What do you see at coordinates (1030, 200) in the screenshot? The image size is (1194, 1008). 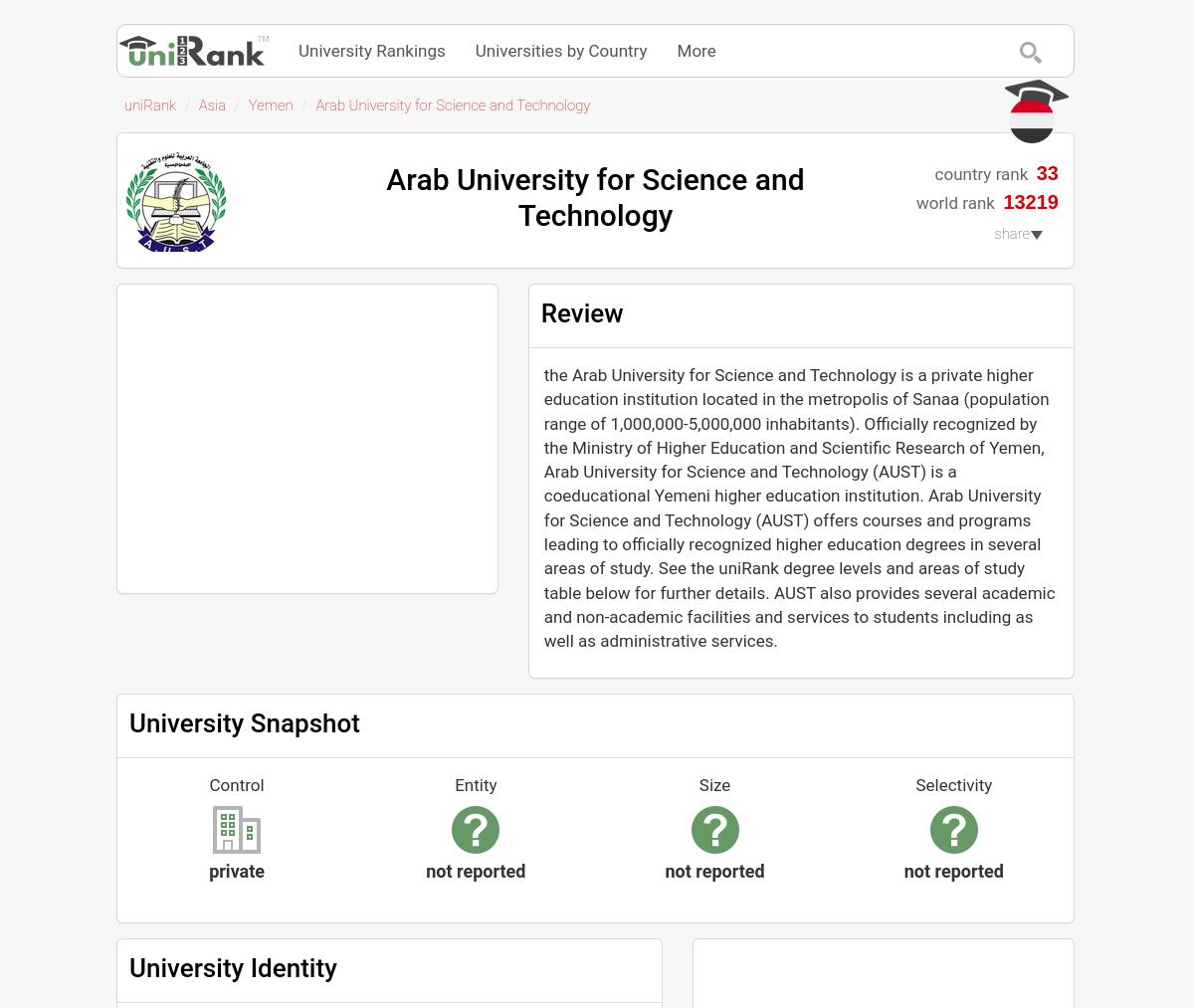 I see `'13219'` at bounding box center [1030, 200].